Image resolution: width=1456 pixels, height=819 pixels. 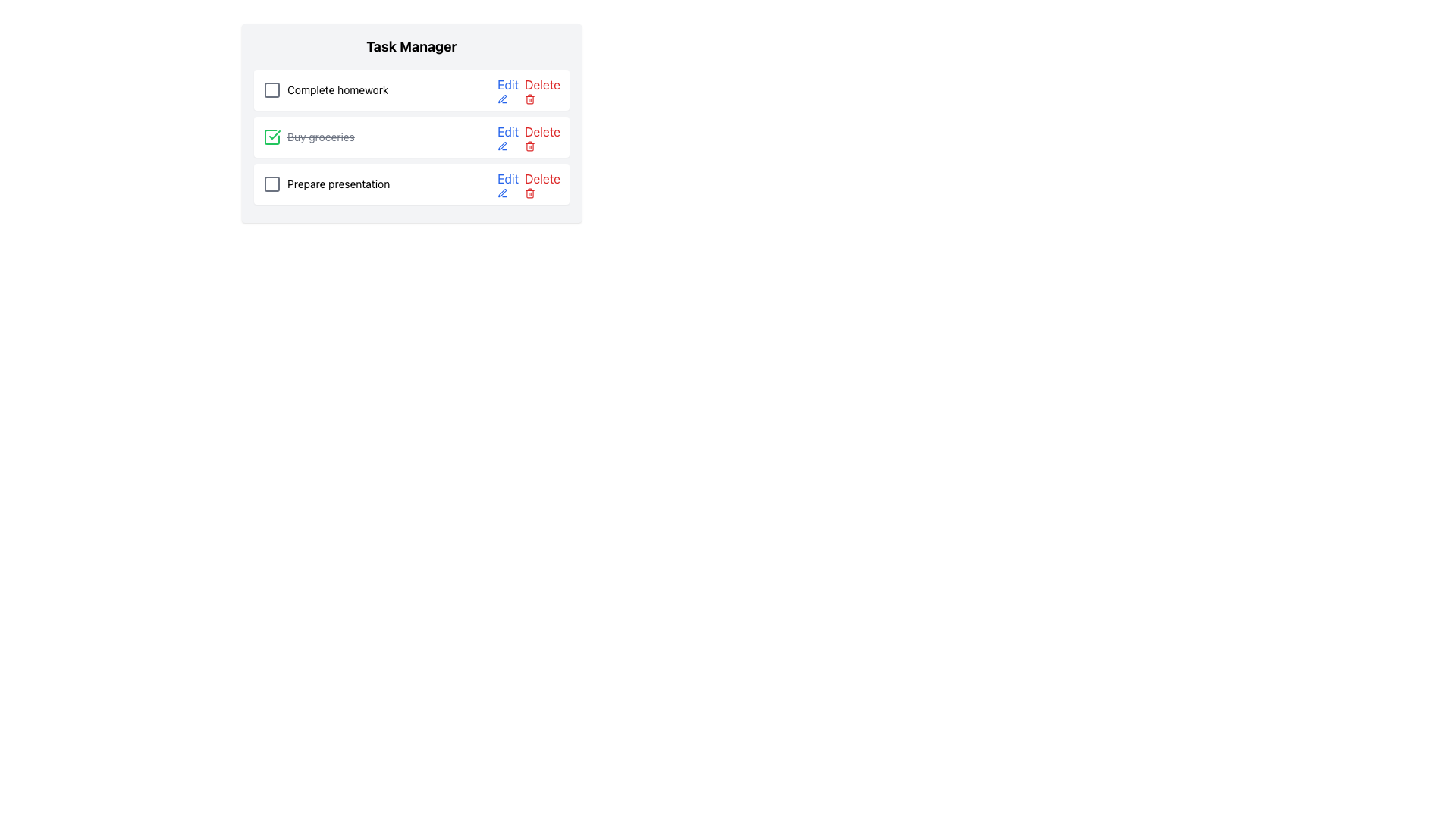 What do you see at coordinates (542, 137) in the screenshot?
I see `the red 'Delete' button with a trash bin icon, located on the right side of the second line of tasks` at bounding box center [542, 137].